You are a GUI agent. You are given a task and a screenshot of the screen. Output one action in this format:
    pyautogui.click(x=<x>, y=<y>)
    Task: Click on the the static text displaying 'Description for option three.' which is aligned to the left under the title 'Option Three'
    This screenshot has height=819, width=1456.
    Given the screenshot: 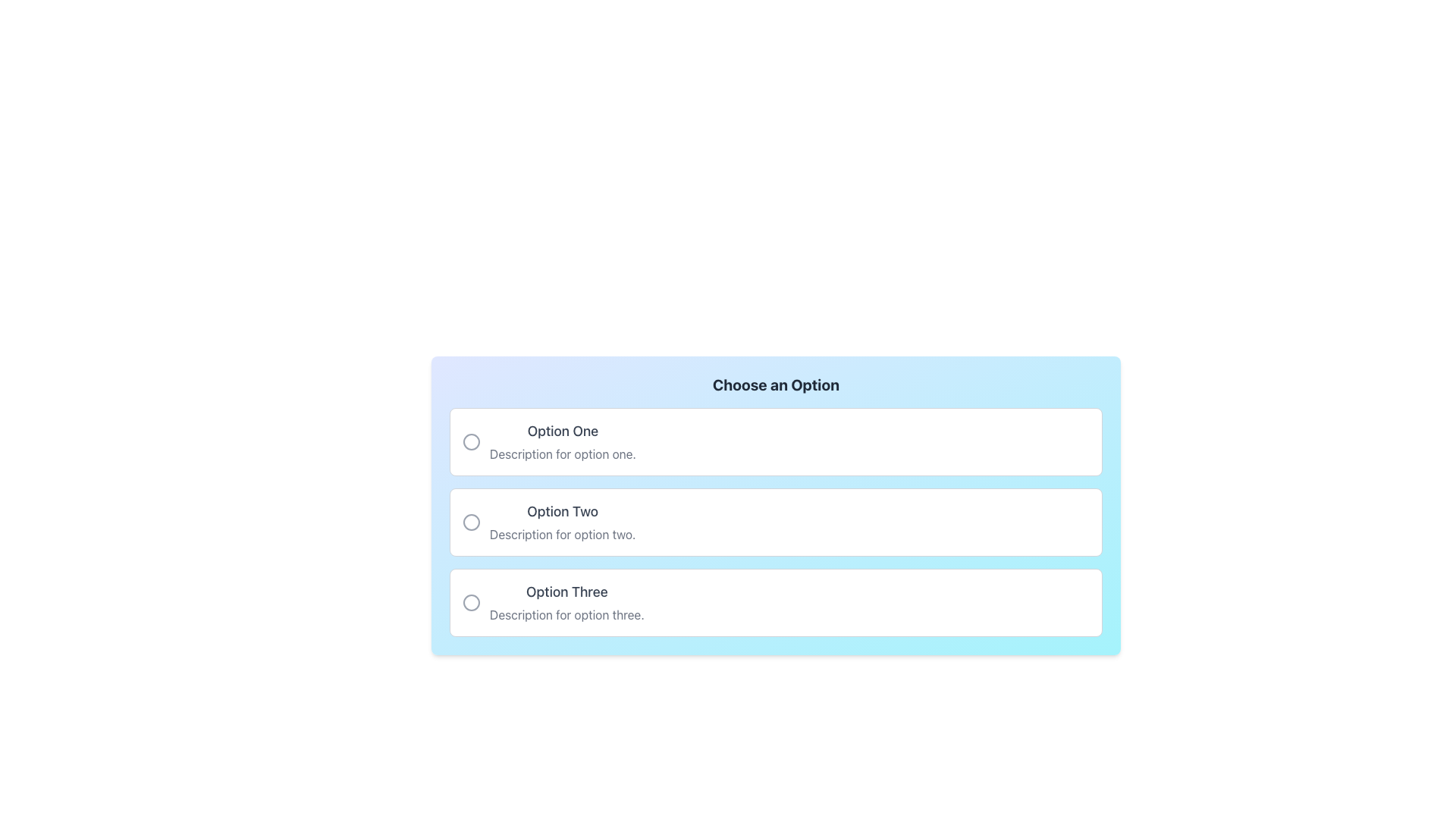 What is the action you would take?
    pyautogui.click(x=566, y=614)
    